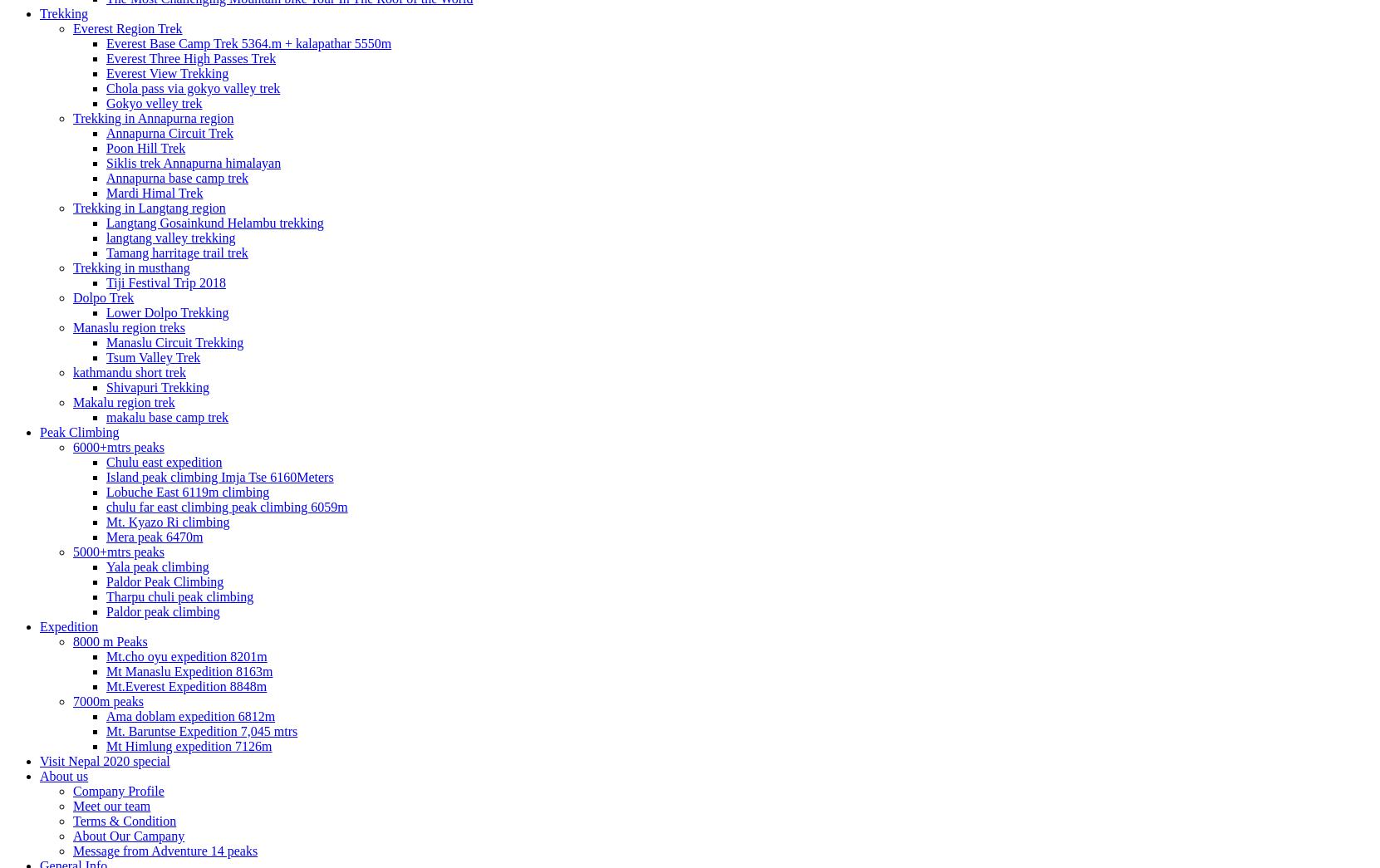 This screenshot has width=1380, height=868. Describe the element at coordinates (106, 177) in the screenshot. I see `'Annapurna base camp trek'` at that location.